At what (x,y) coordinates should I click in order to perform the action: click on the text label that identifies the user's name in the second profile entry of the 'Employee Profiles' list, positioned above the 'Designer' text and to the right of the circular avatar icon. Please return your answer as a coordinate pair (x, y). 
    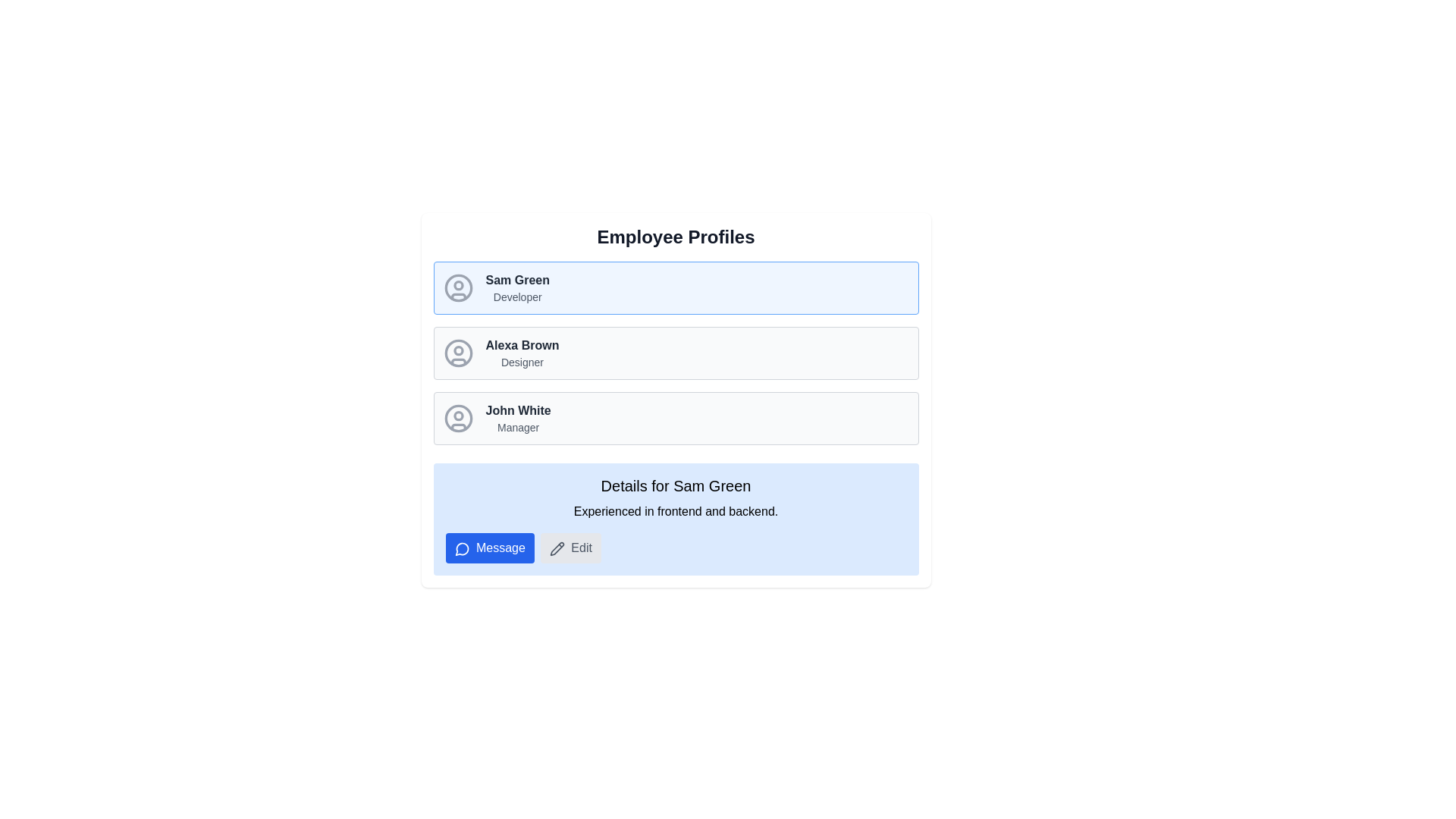
    Looking at the image, I should click on (522, 345).